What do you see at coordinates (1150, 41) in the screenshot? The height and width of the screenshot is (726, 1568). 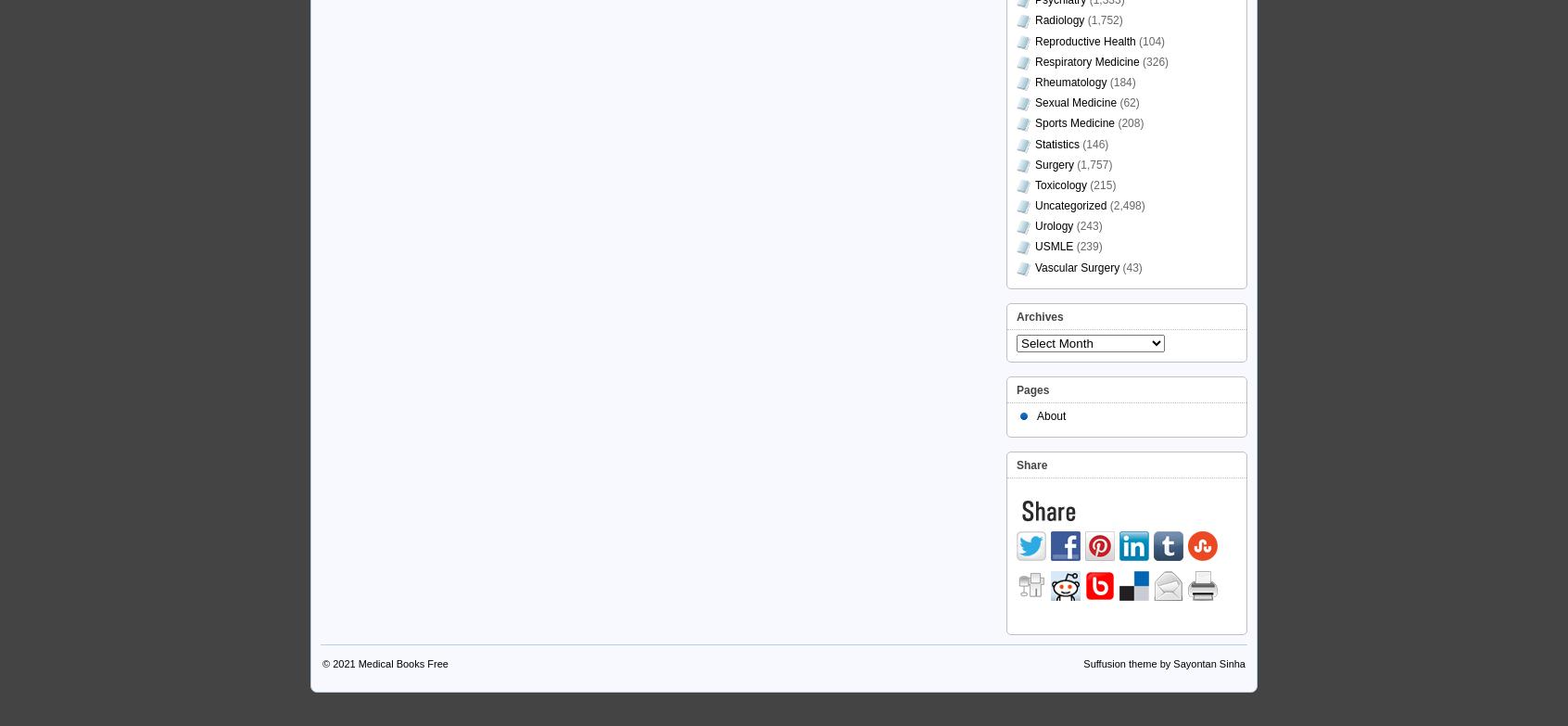 I see `'(104)'` at bounding box center [1150, 41].